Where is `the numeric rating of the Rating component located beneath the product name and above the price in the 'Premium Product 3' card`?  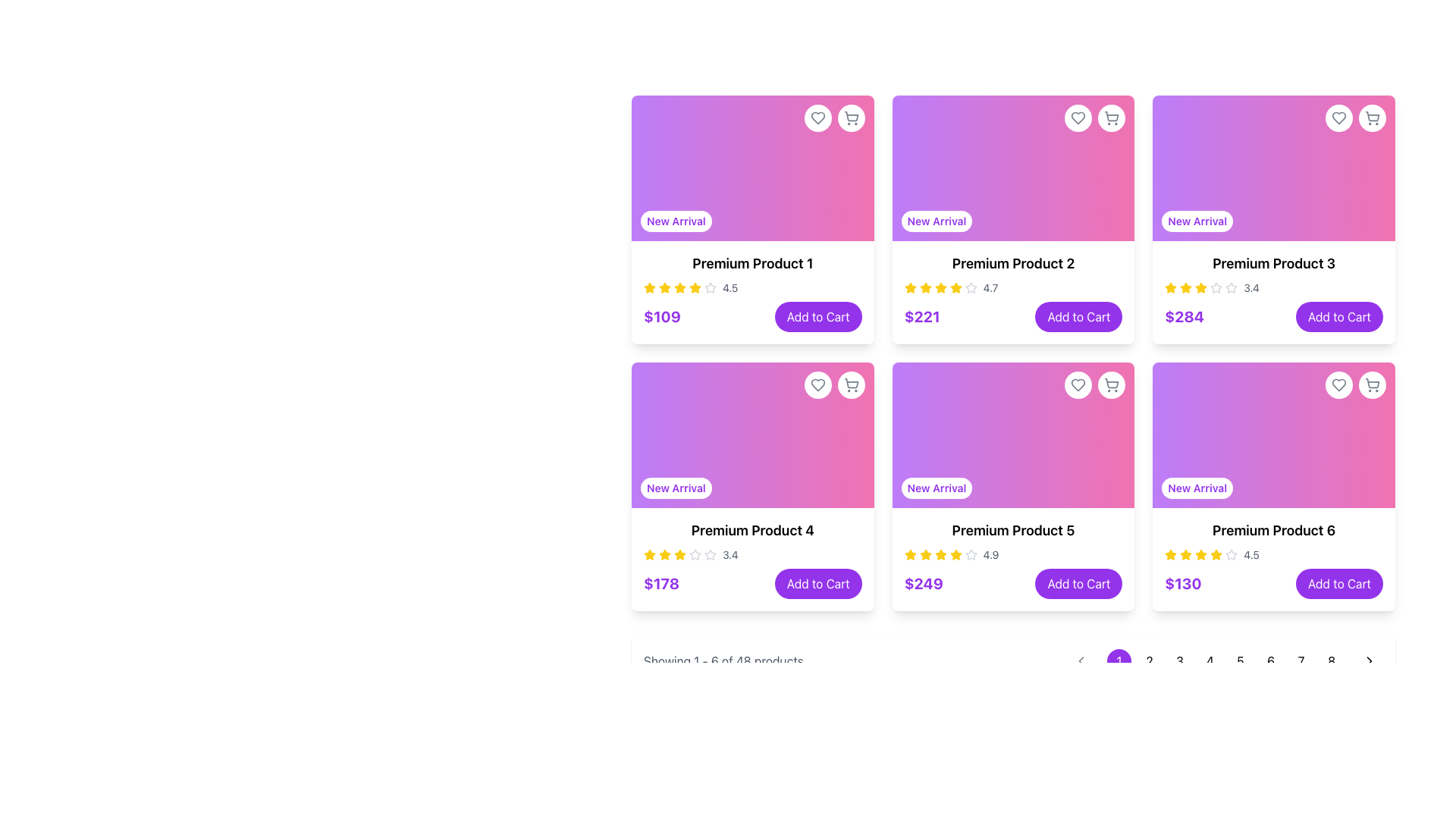
the numeric rating of the Rating component located beneath the product name and above the price in the 'Premium Product 3' card is located at coordinates (1274, 288).